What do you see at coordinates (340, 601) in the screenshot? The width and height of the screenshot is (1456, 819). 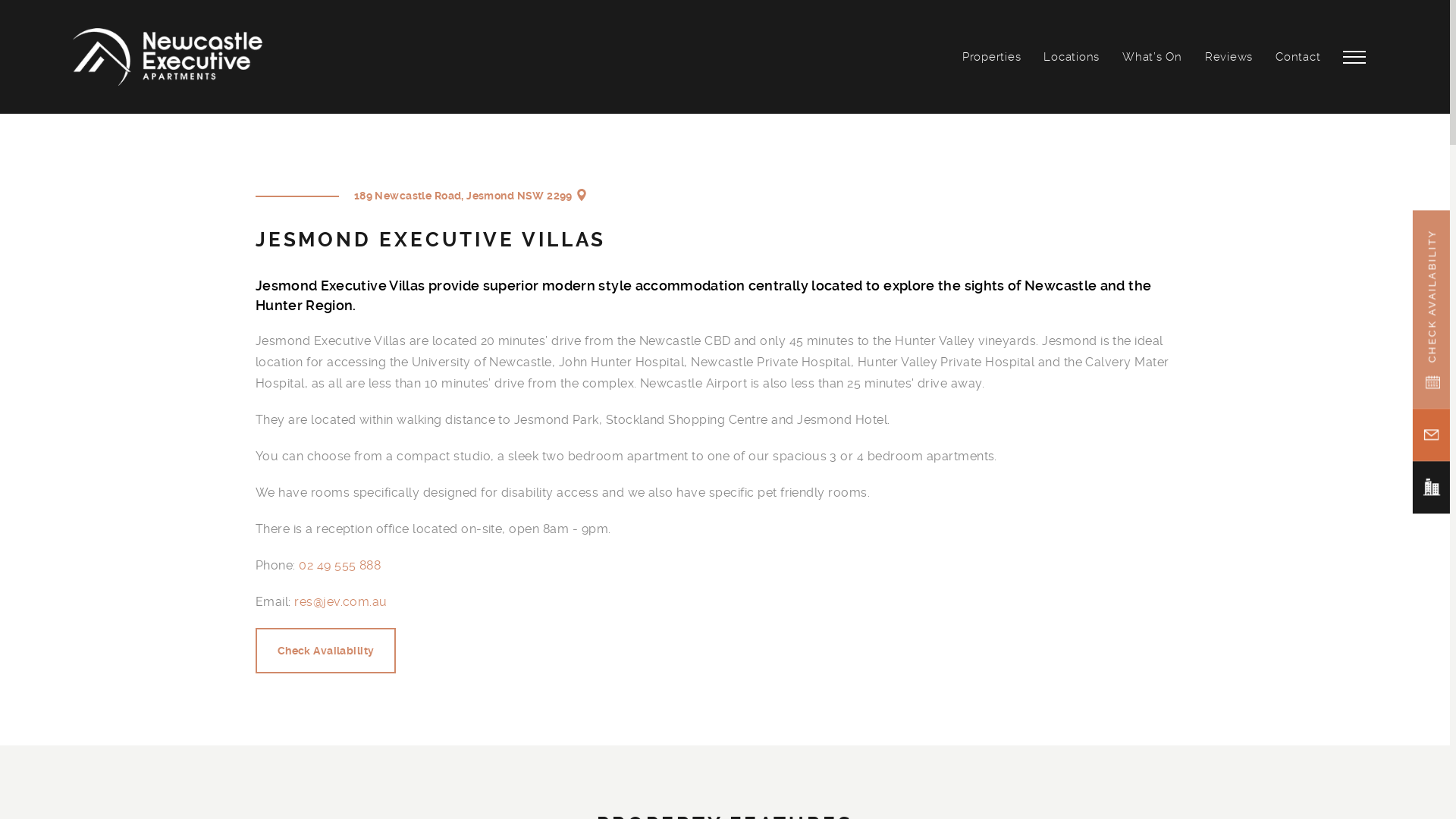 I see `'res@jev.com.au'` at bounding box center [340, 601].